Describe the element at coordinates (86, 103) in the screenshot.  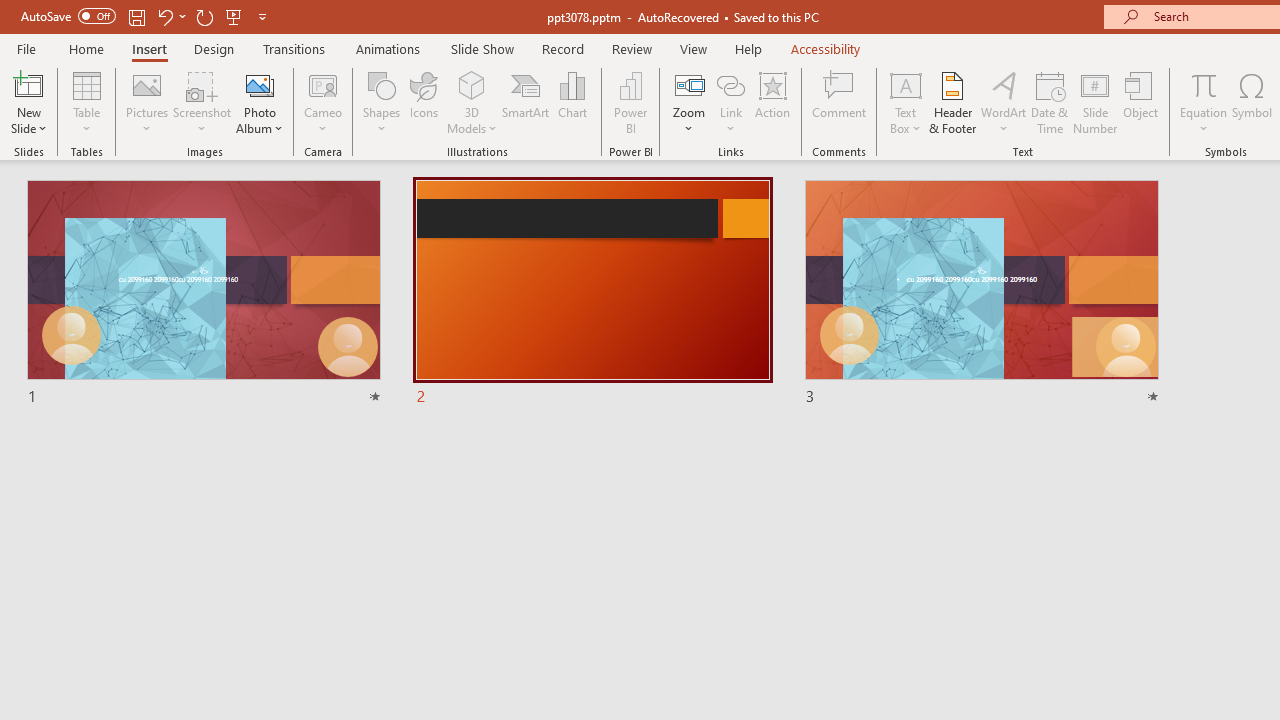
I see `'Table'` at that location.